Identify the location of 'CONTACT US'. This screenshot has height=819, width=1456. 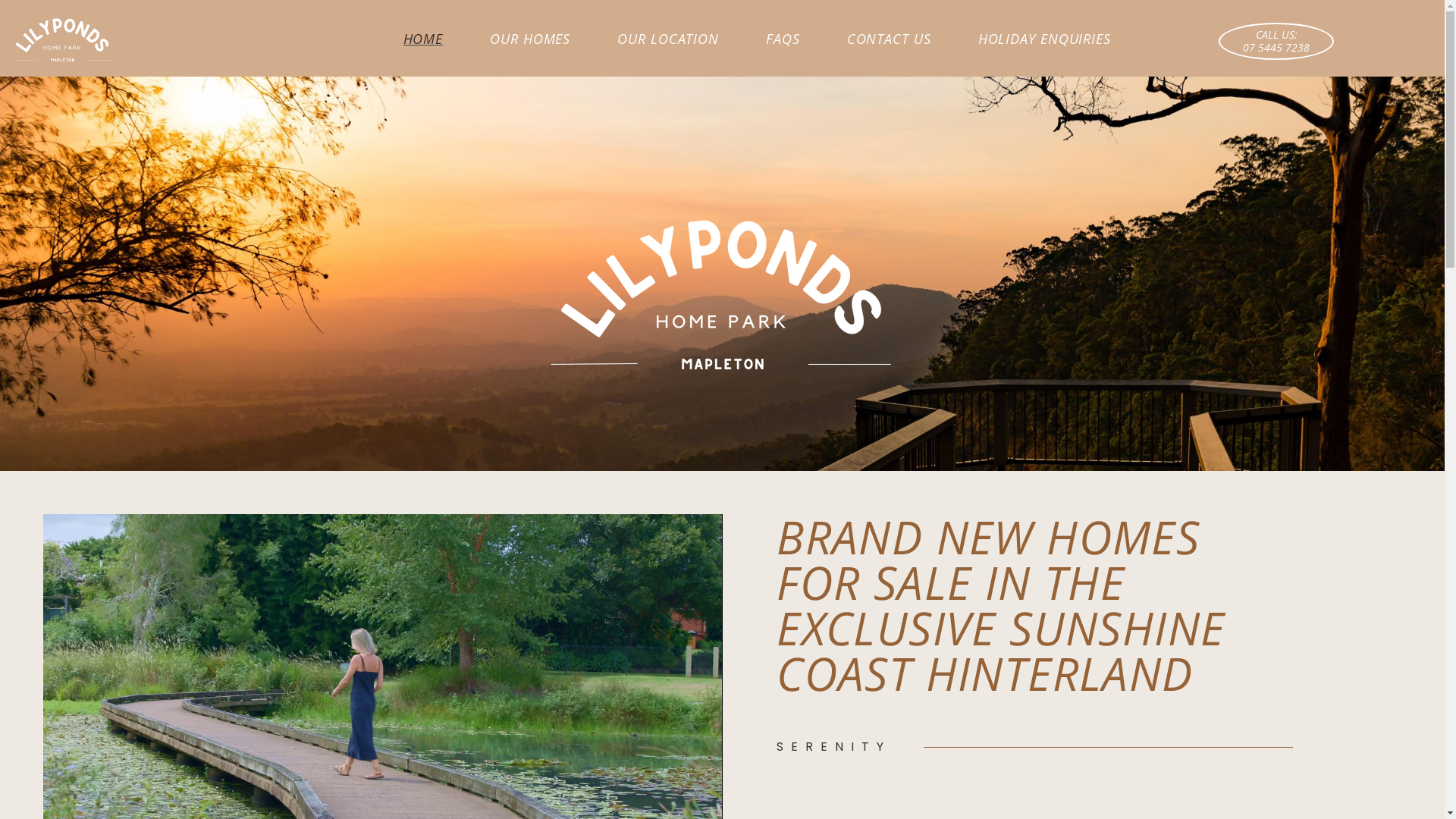
(889, 37).